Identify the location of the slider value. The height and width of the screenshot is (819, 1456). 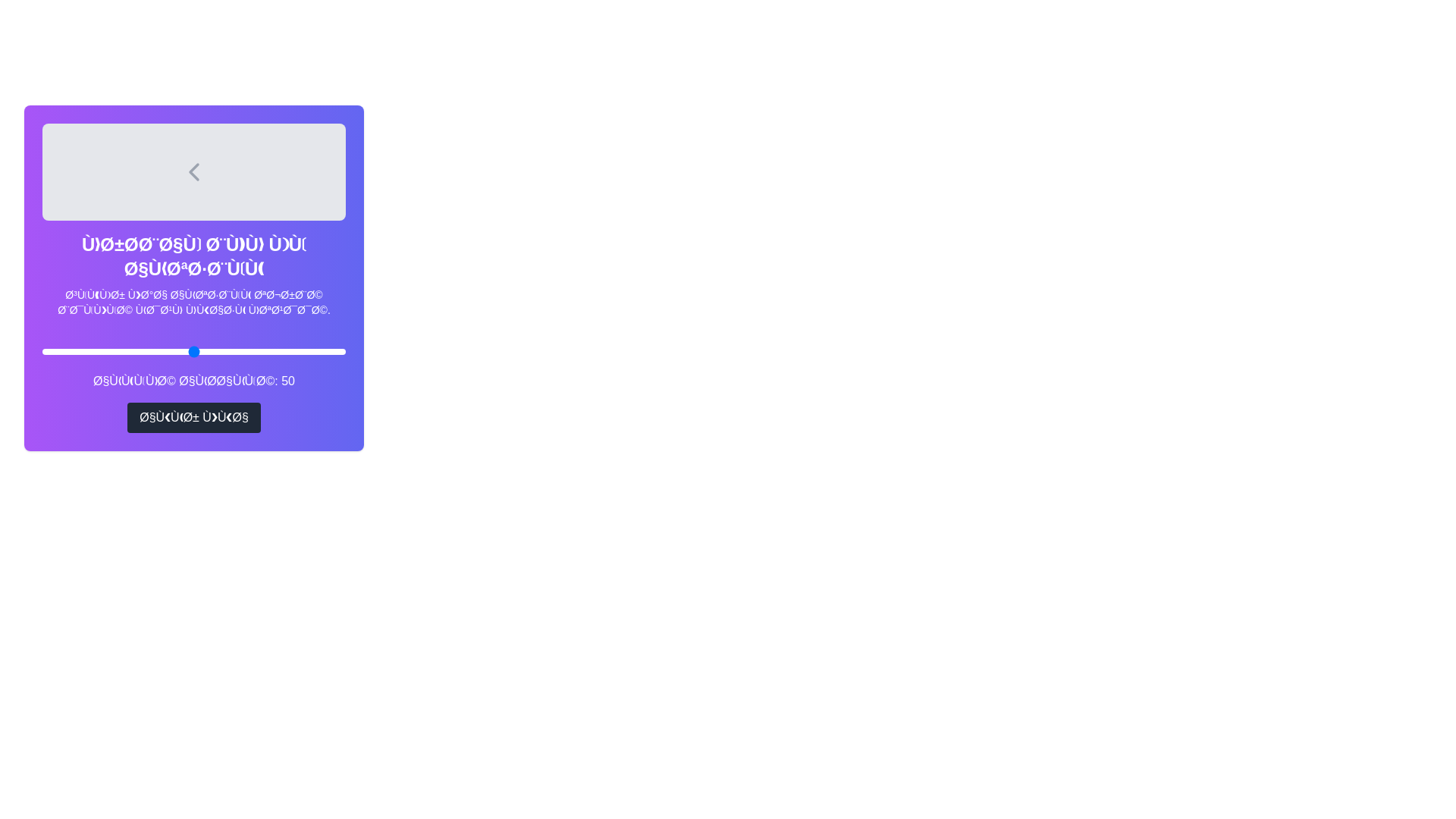
(239, 351).